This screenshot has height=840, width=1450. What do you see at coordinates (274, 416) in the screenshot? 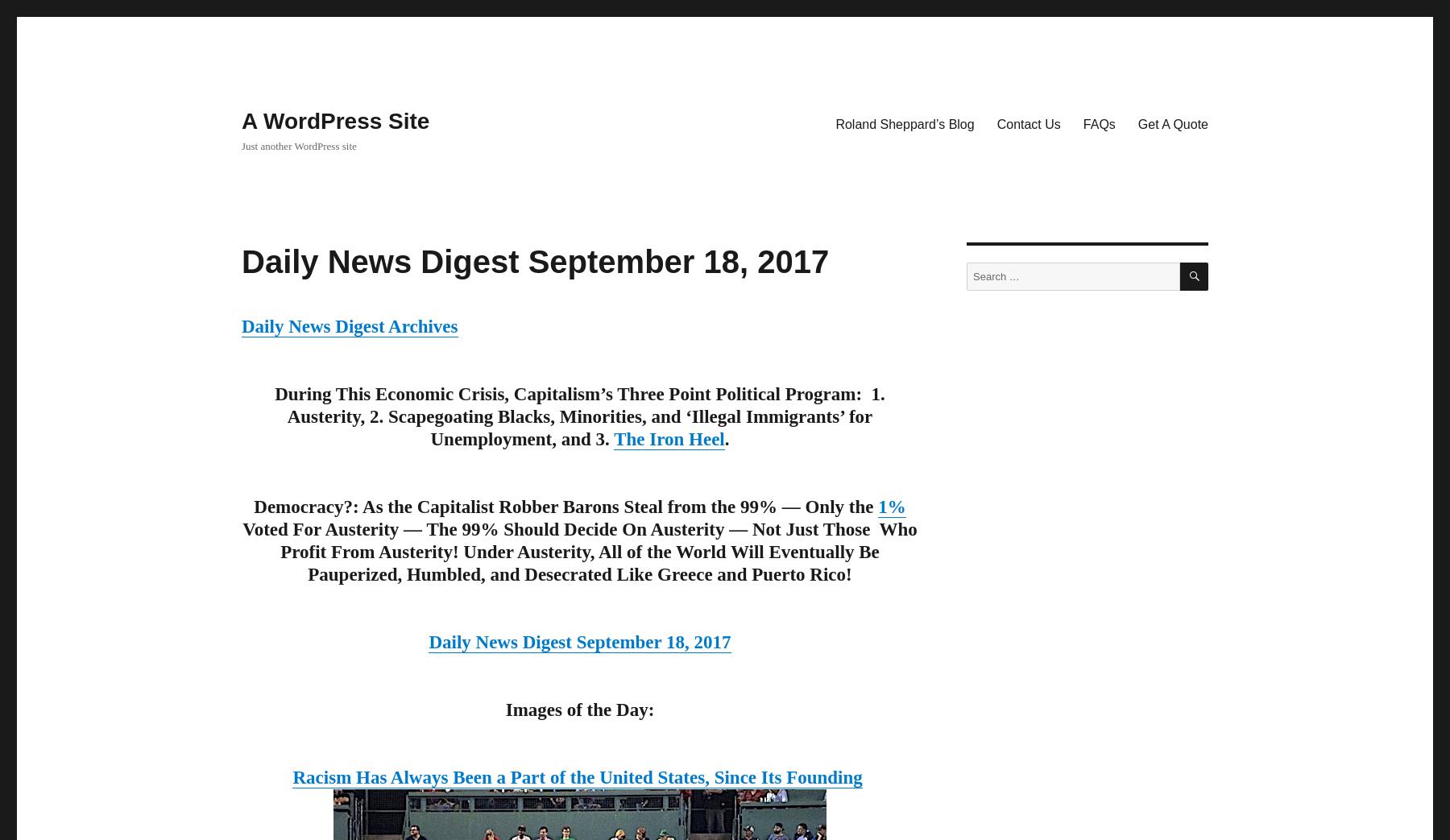
I see `'During This Economic Crisis, Capitalism’s Three Point Political Program:  1. Austerity, 2. Scapegoating Blacks, Minorities, and ‘Illegal Immigrants’ for Unemployment, and 3.'` at bounding box center [274, 416].